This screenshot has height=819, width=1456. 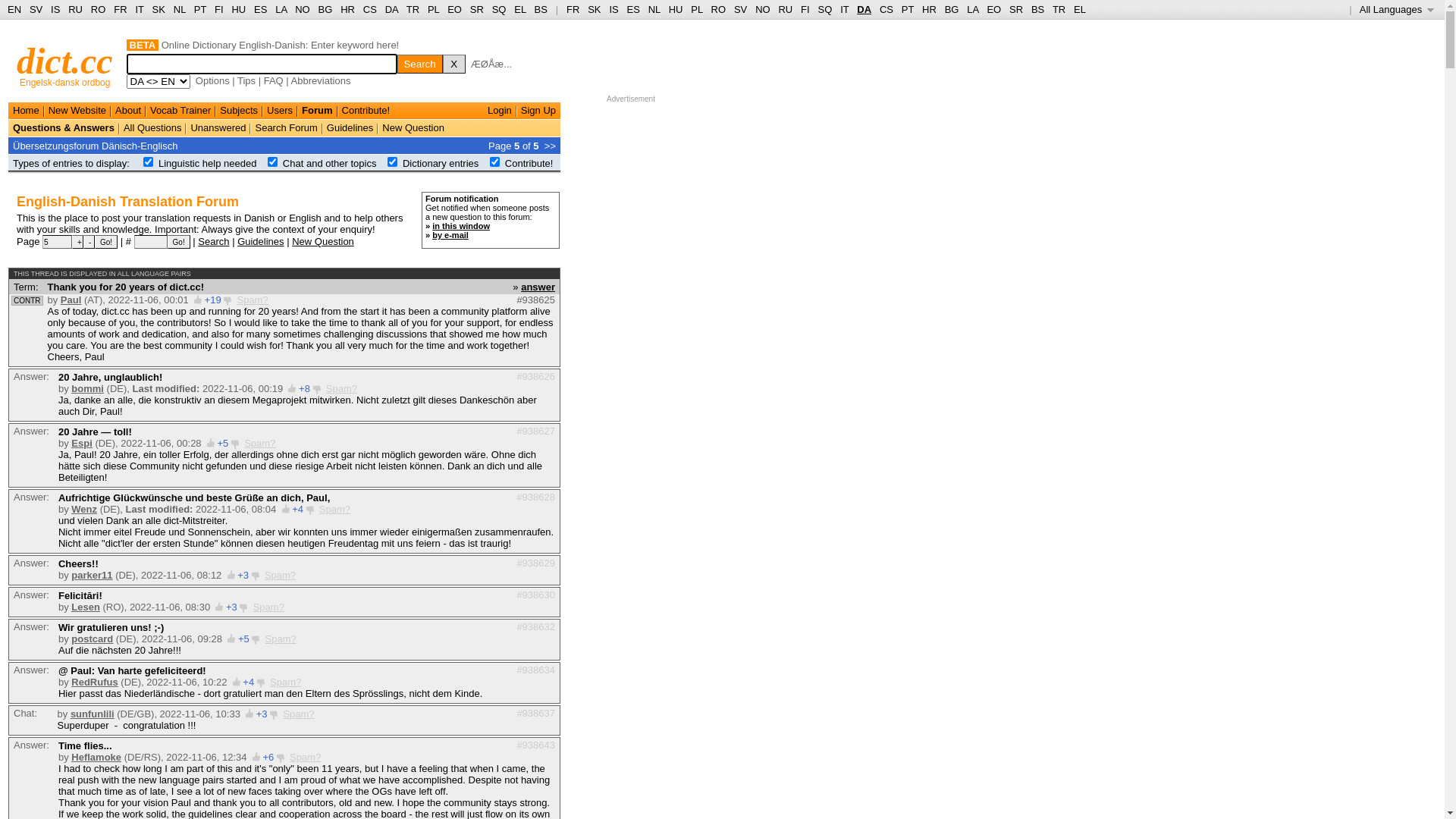 I want to click on 'EL', so click(x=519, y=9).